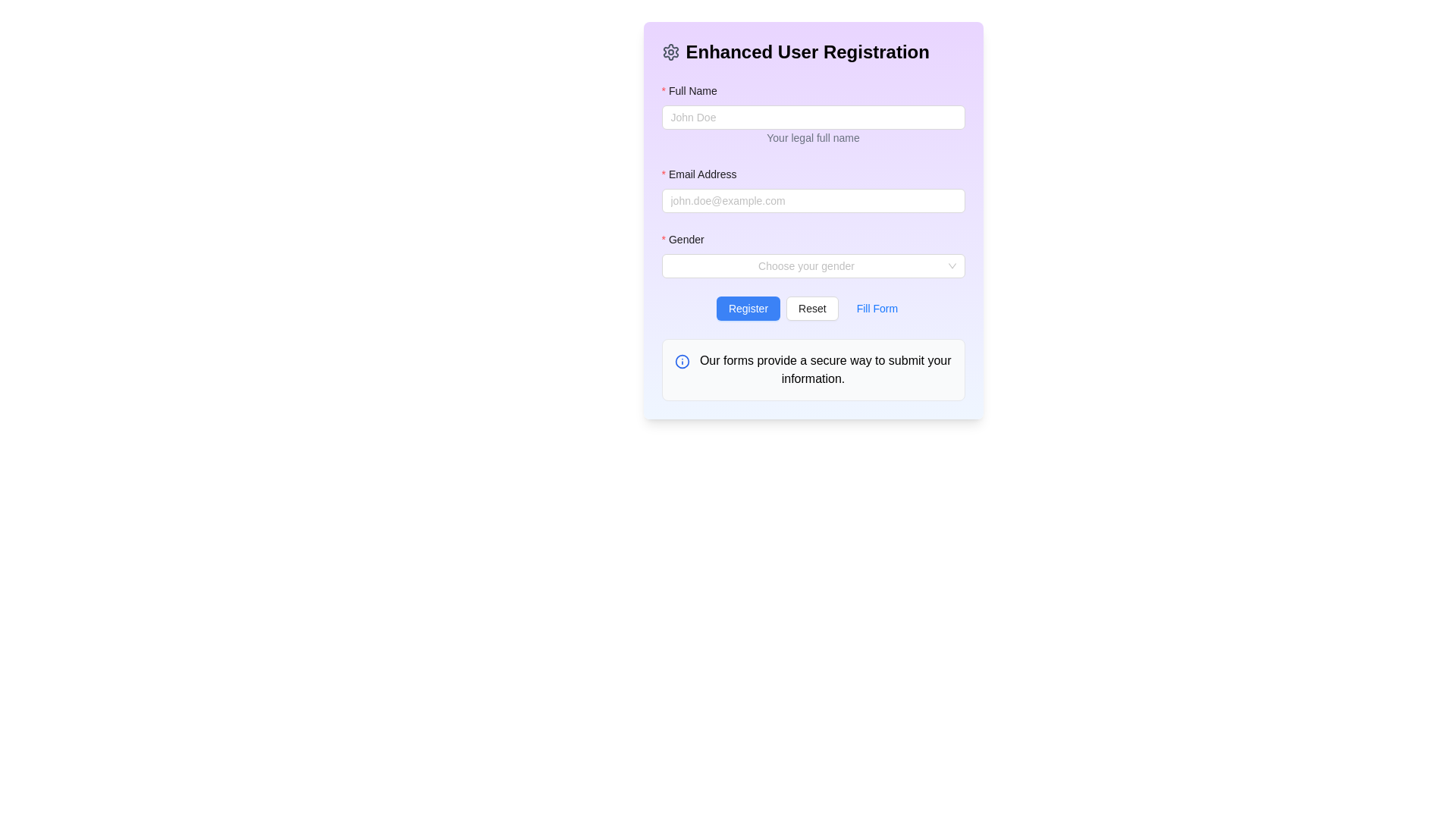  Describe the element at coordinates (811, 308) in the screenshot. I see `the 'Reset' button, which is the second button in a horizontal group of three buttons, located below a form` at that location.